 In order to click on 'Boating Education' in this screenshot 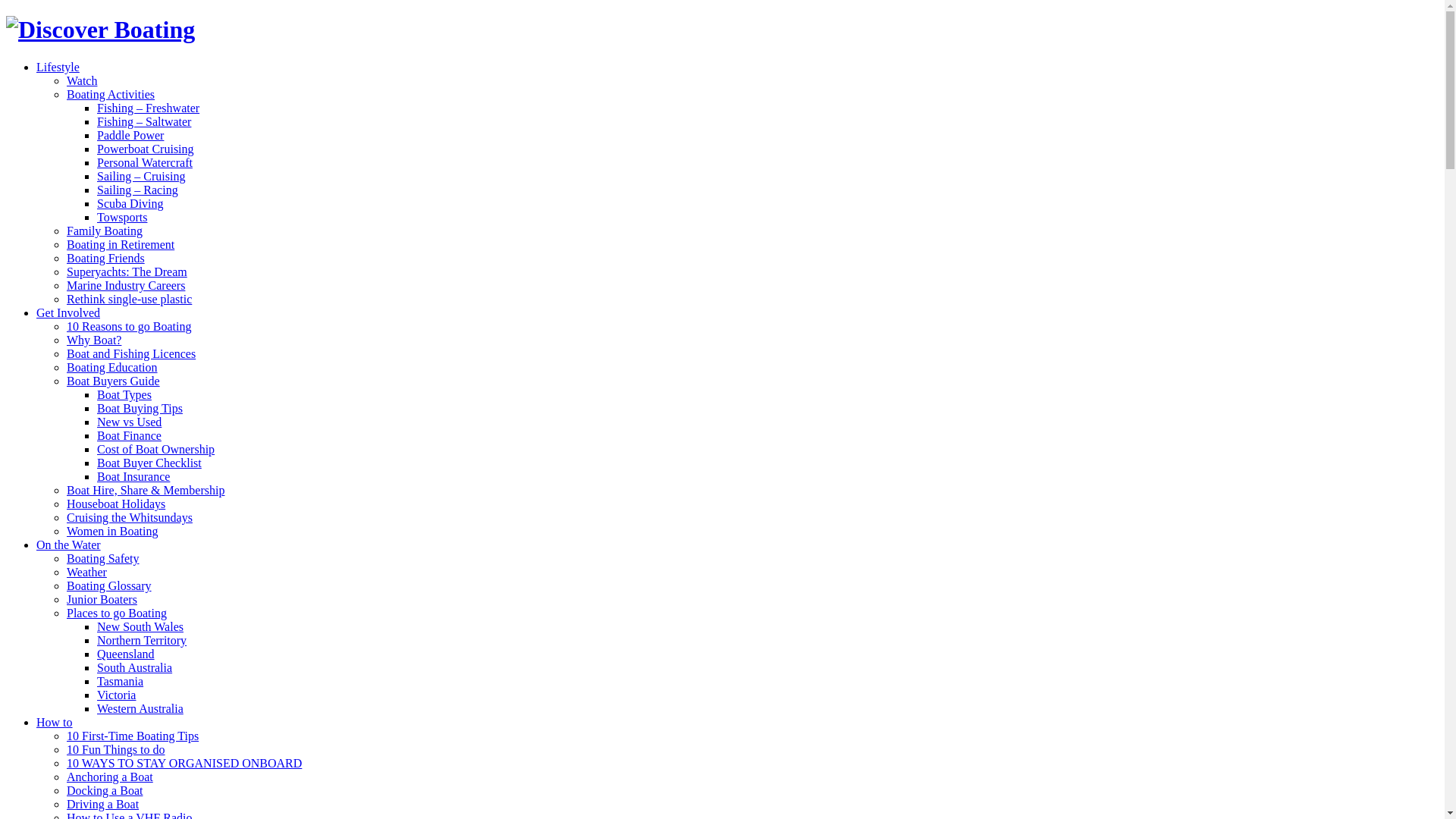, I will do `click(111, 367)`.